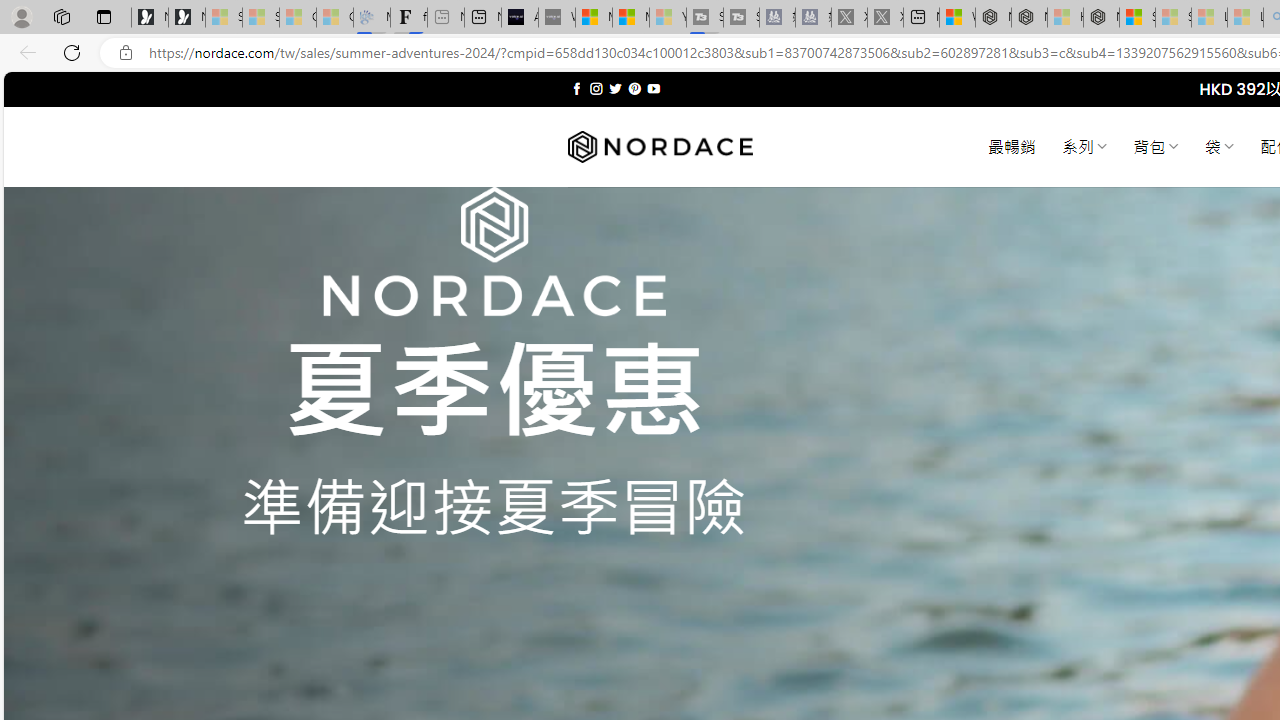  Describe the element at coordinates (614, 88) in the screenshot. I see `'Follow on Twitter'` at that location.